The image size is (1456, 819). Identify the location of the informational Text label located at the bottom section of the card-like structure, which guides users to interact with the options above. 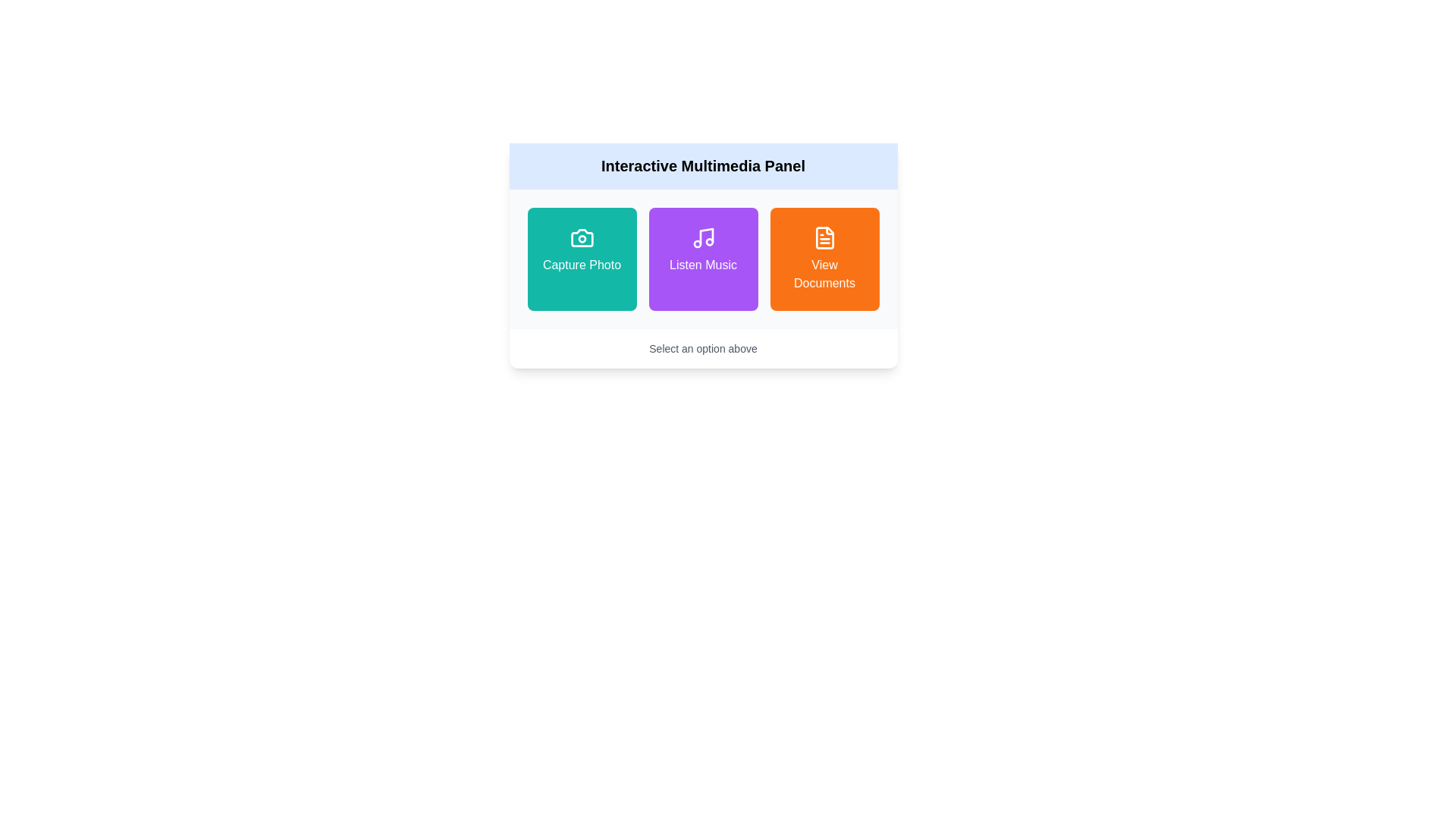
(702, 348).